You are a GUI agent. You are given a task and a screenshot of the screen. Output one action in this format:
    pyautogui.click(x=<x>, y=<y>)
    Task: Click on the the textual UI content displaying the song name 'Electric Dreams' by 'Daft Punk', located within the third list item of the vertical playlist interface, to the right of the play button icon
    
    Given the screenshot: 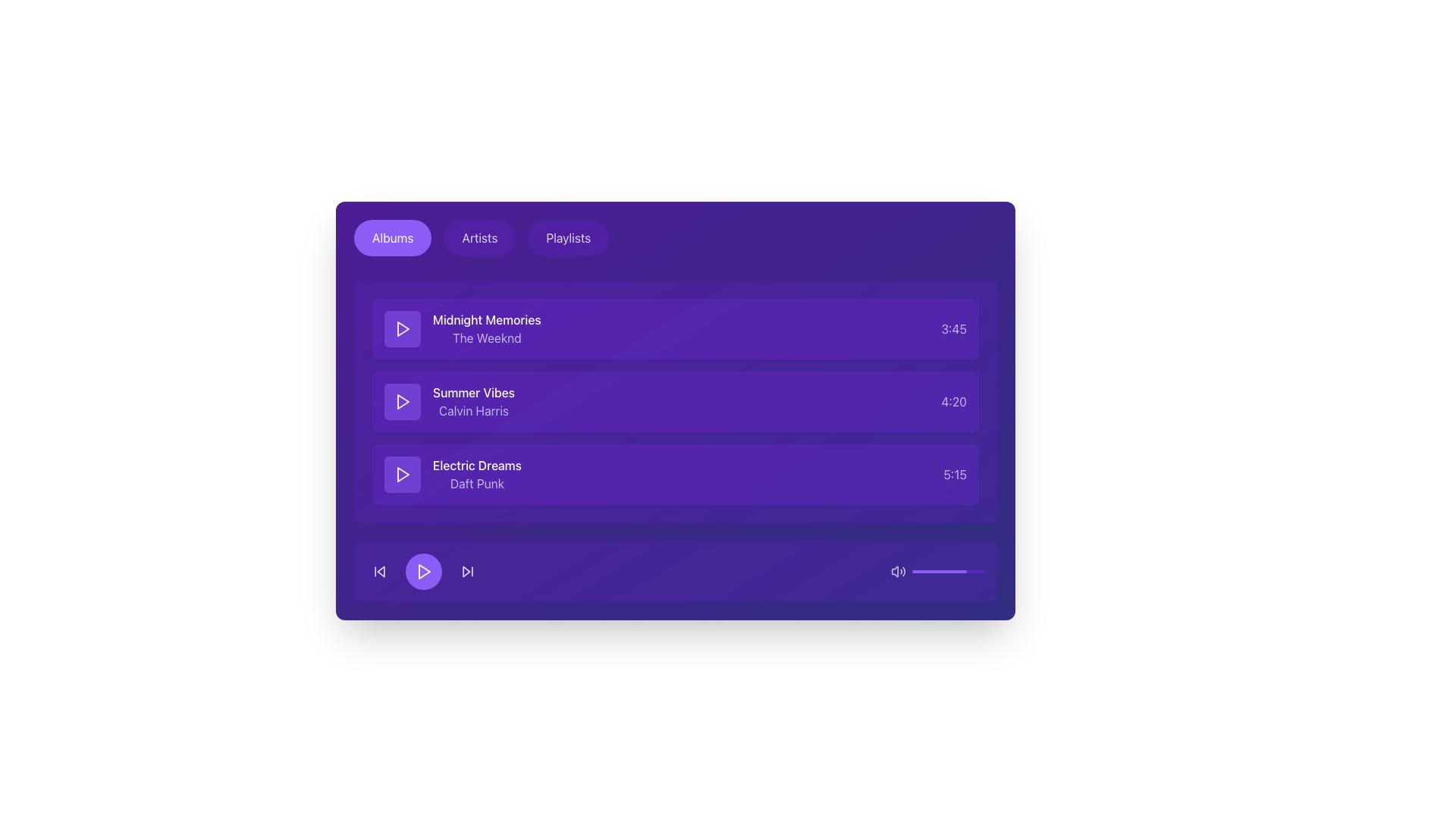 What is the action you would take?
    pyautogui.click(x=476, y=473)
    